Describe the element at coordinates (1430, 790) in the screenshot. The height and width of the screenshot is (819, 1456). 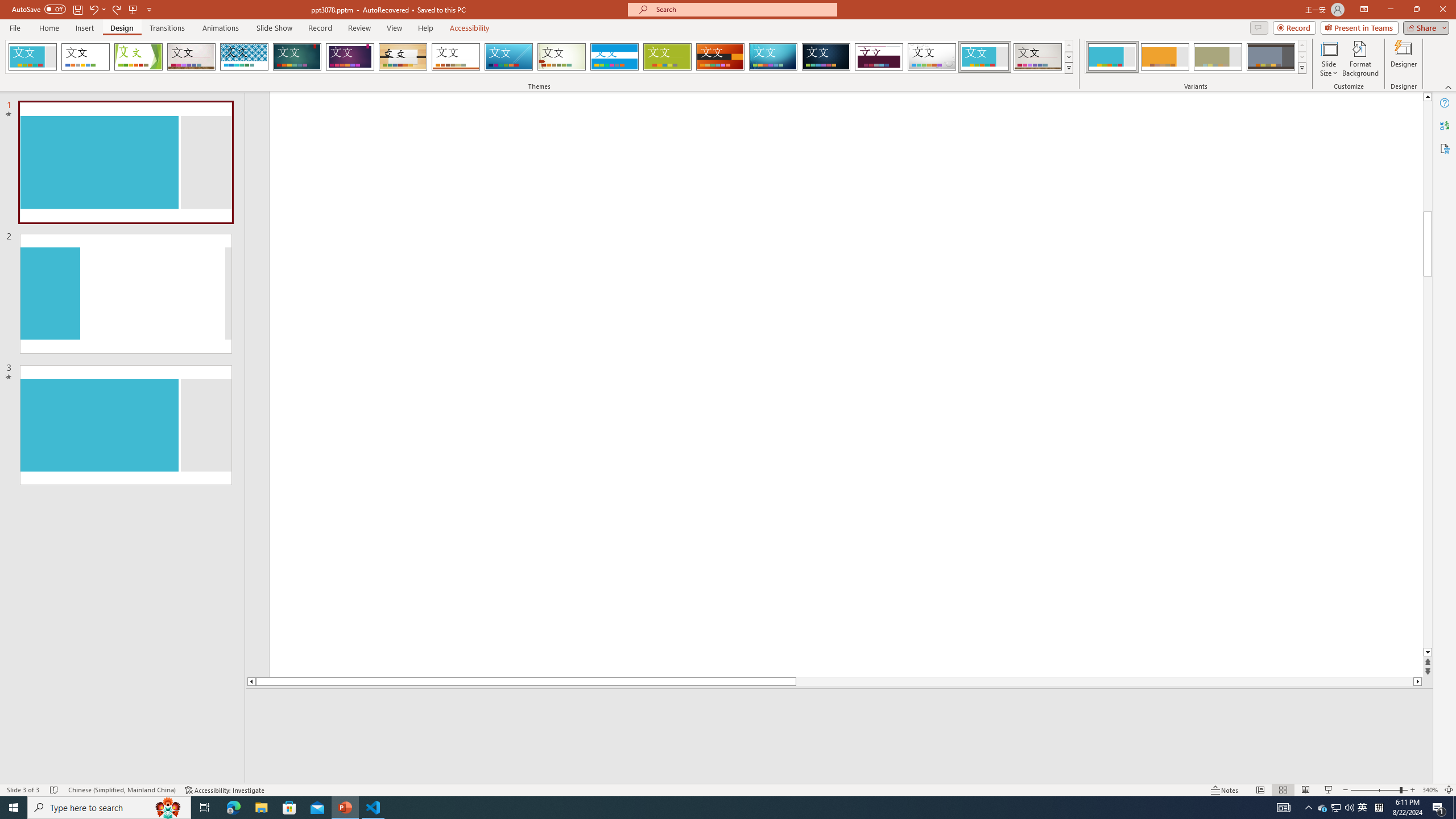
I see `'Zoom 340%'` at that location.